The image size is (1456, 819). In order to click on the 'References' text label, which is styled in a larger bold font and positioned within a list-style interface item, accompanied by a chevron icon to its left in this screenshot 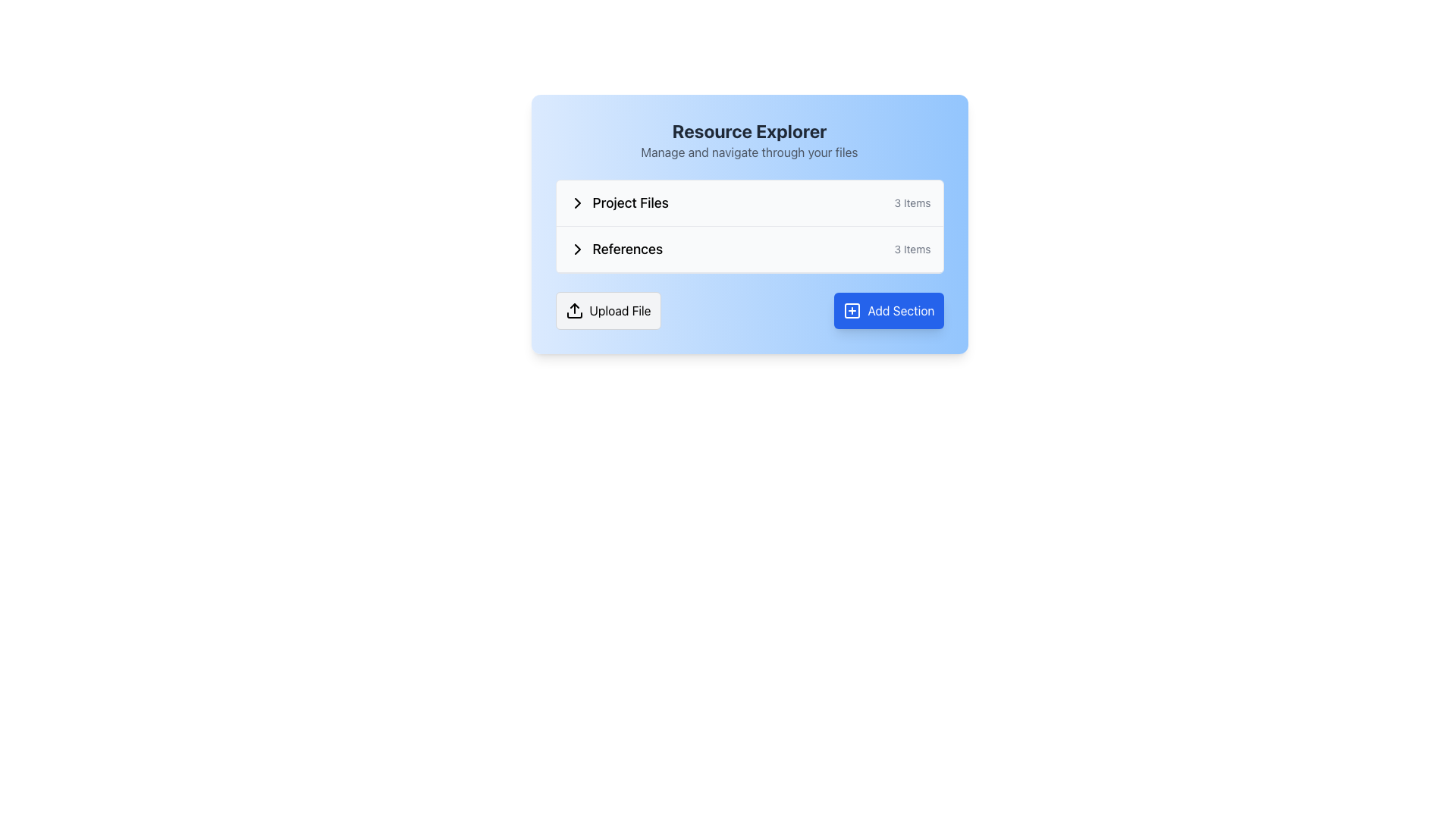, I will do `click(627, 248)`.